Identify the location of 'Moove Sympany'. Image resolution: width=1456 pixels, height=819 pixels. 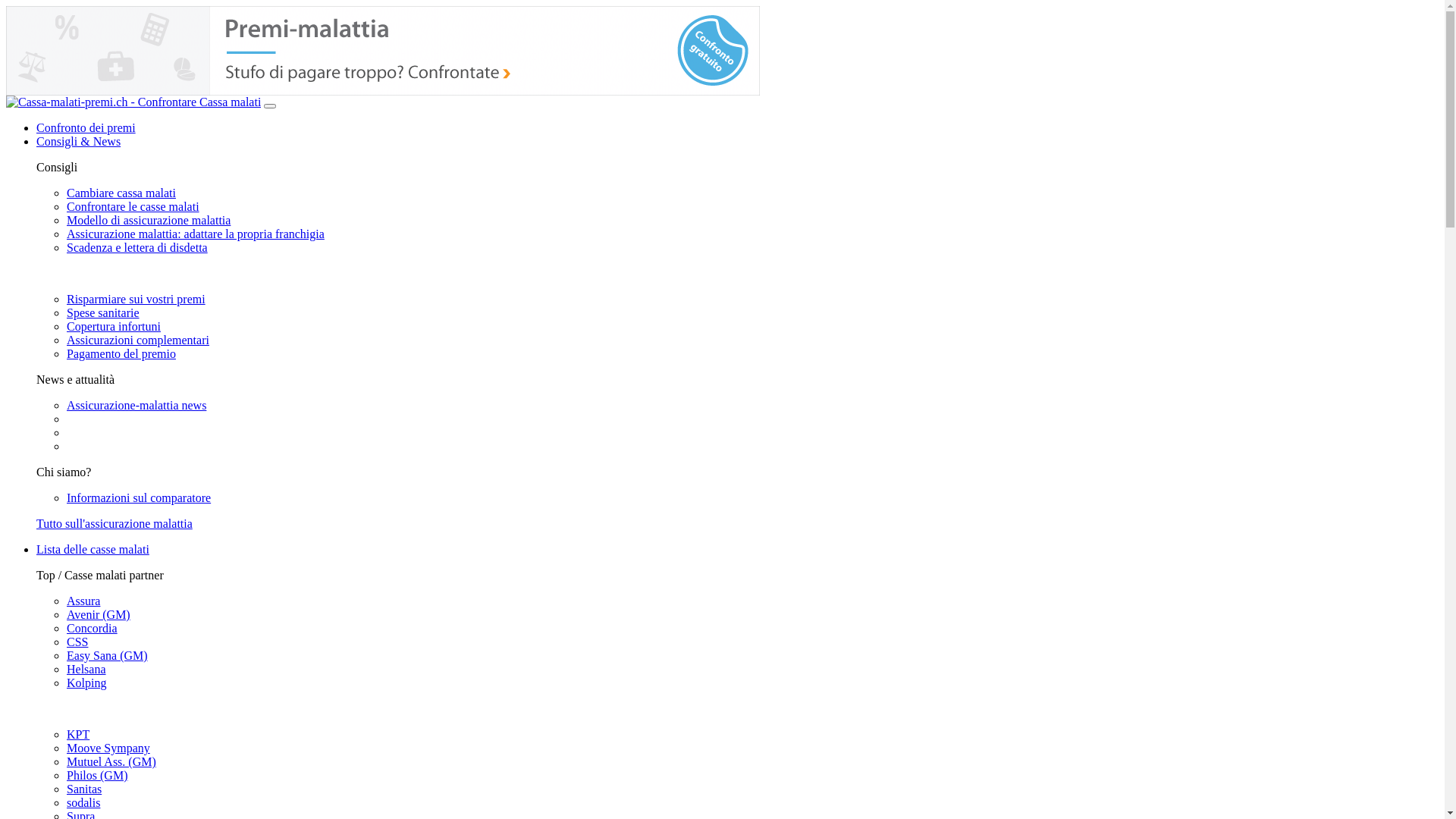
(108, 747).